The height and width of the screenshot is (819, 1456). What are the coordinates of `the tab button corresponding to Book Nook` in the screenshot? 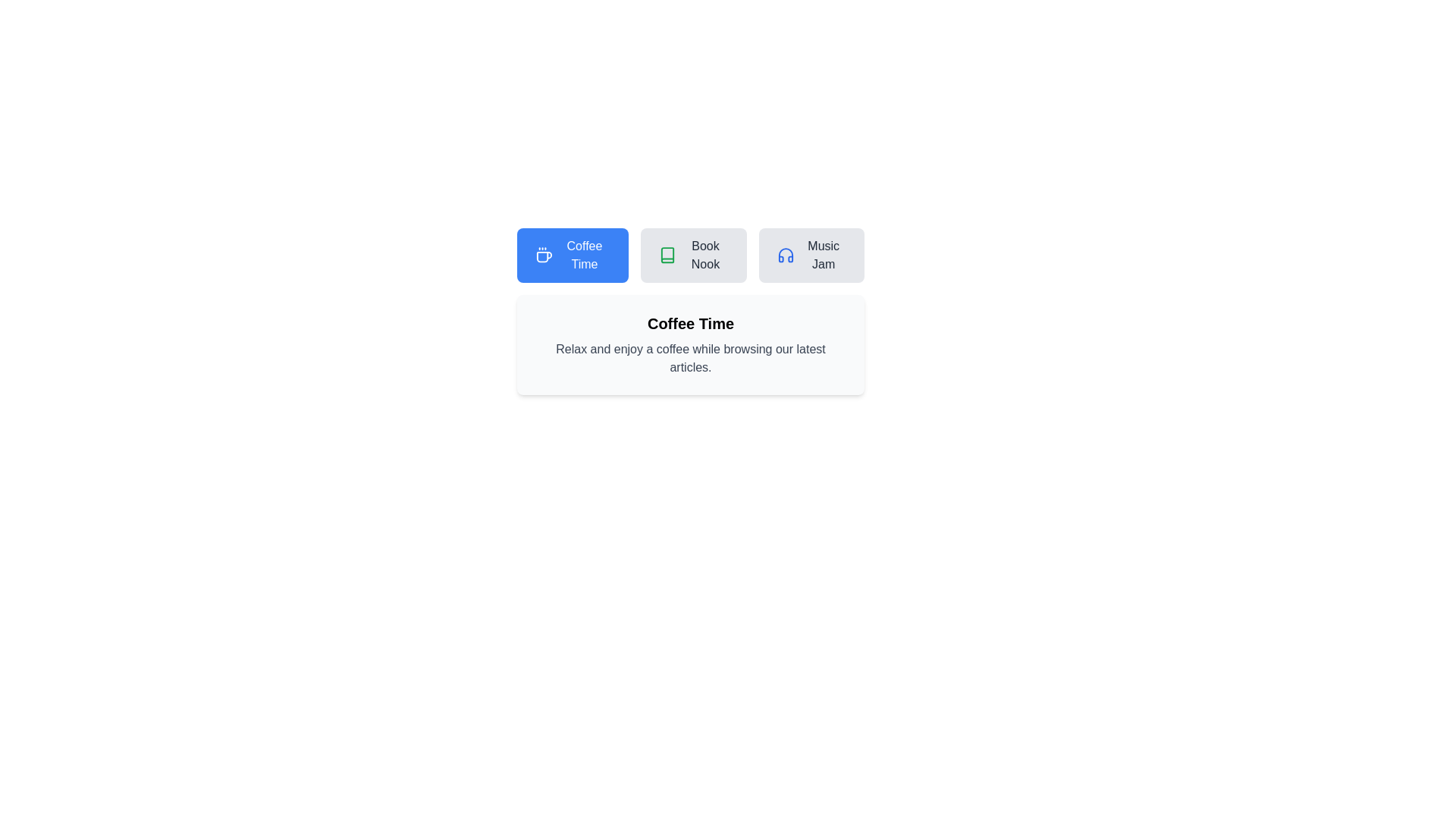 It's located at (693, 254).